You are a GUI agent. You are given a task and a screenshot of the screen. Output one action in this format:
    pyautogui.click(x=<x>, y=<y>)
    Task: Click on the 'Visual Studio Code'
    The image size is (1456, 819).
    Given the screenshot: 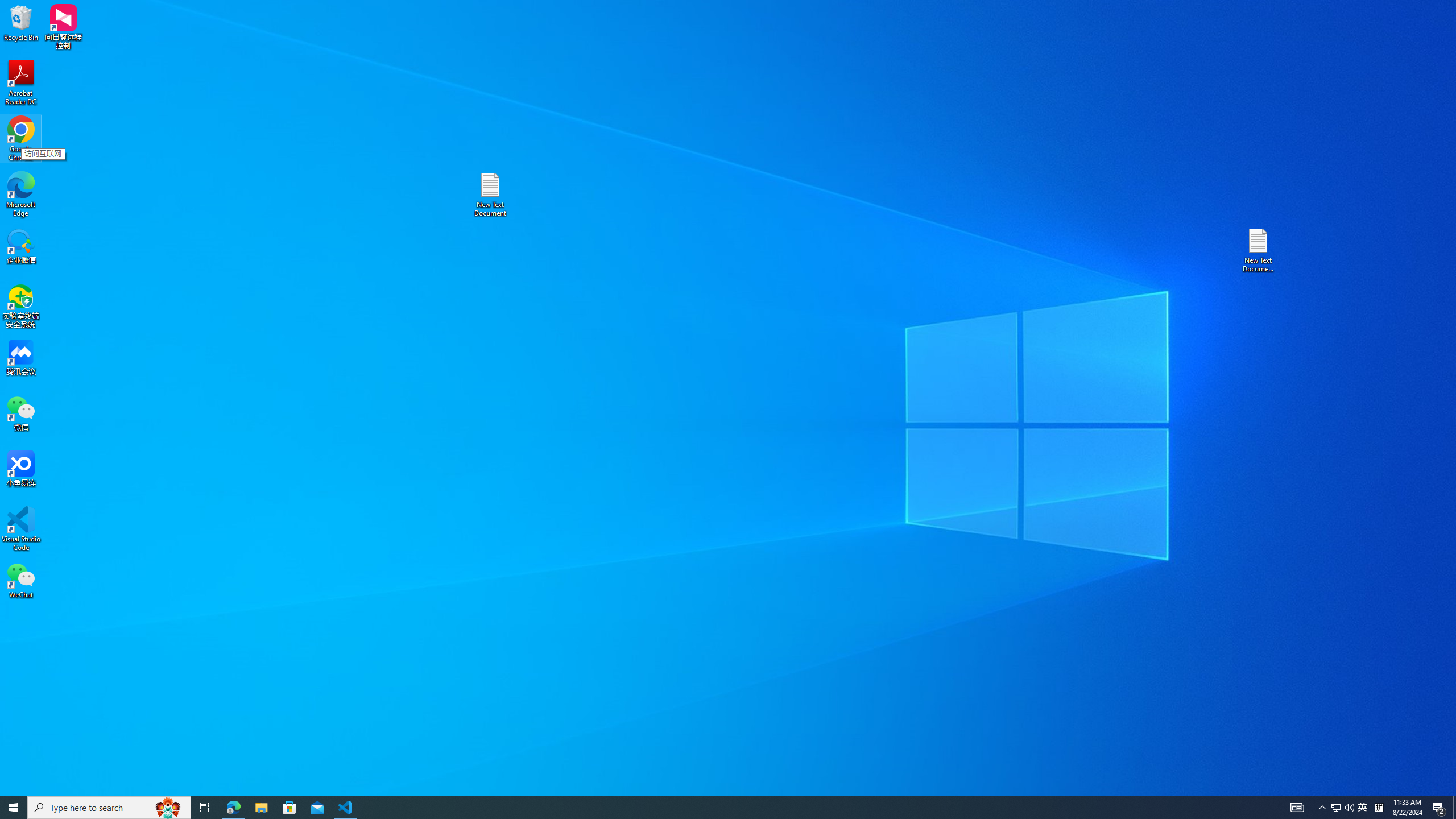 What is the action you would take?
    pyautogui.click(x=20, y=528)
    